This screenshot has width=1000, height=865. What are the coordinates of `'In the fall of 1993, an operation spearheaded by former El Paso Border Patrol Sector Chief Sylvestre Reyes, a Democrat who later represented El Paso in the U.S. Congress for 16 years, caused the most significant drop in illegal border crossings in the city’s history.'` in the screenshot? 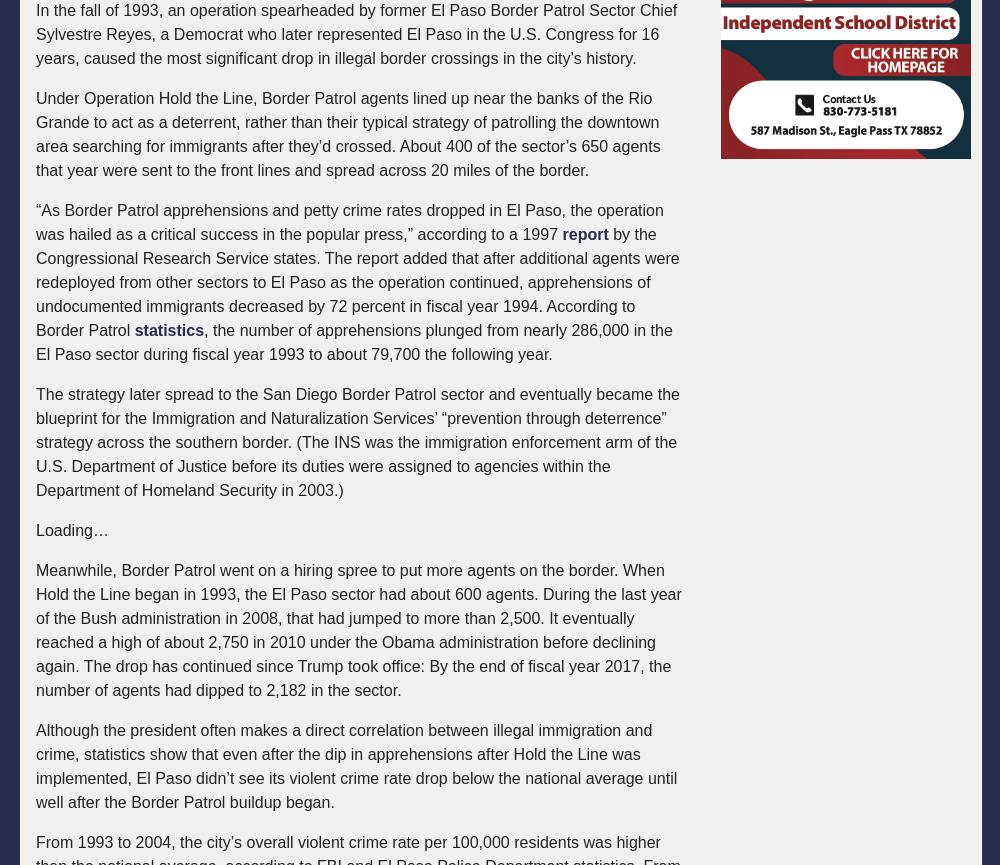 It's located at (355, 34).